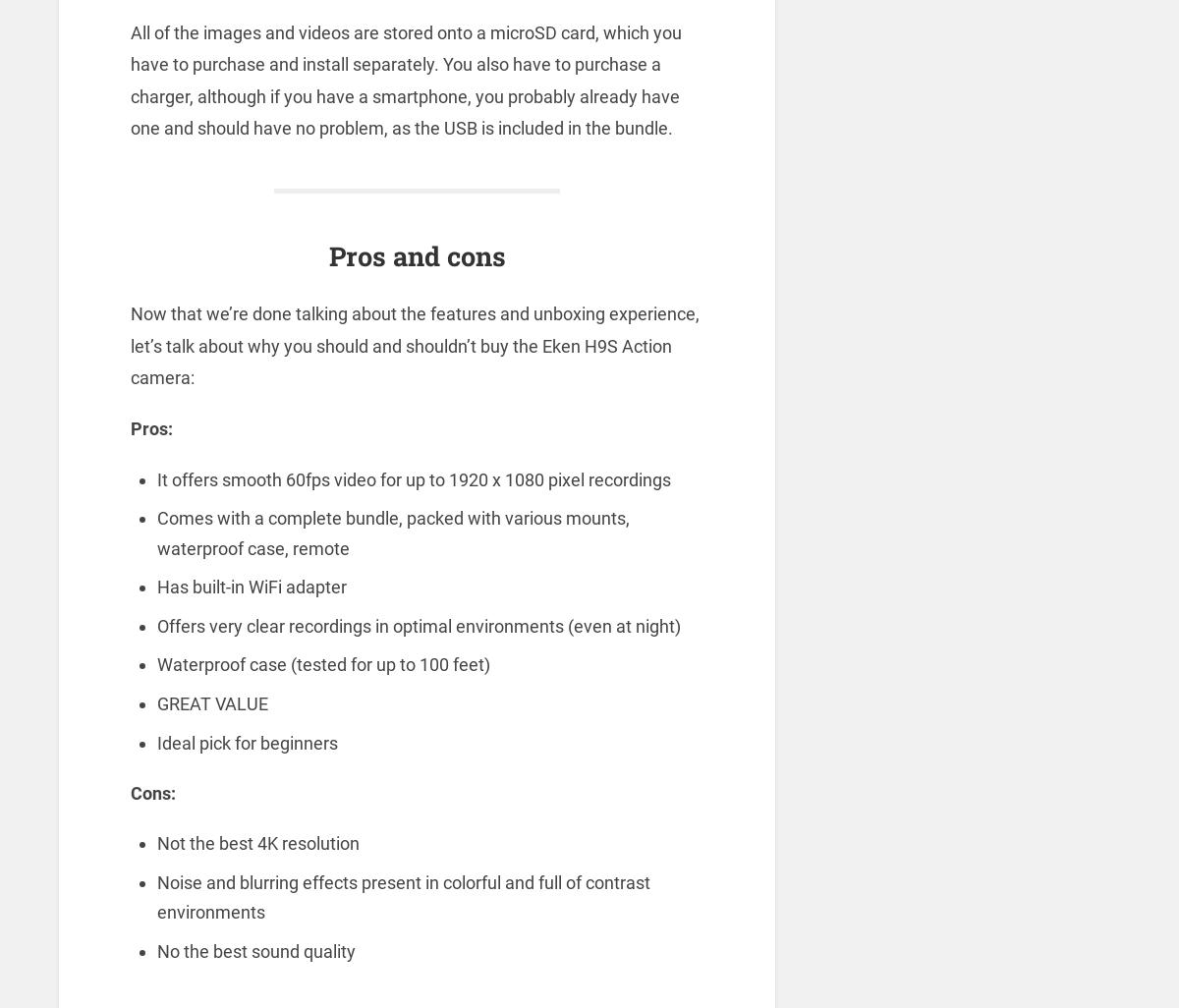 Image resolution: width=1179 pixels, height=1008 pixels. I want to click on 'All of the images and videos are stored onto a microSD card, which you have to purchase and install separately. You also have to purchase a charger, although if you have a smartphone, you probably already have one and should have no problem, as the USB is included in the bundle.', so click(405, 78).